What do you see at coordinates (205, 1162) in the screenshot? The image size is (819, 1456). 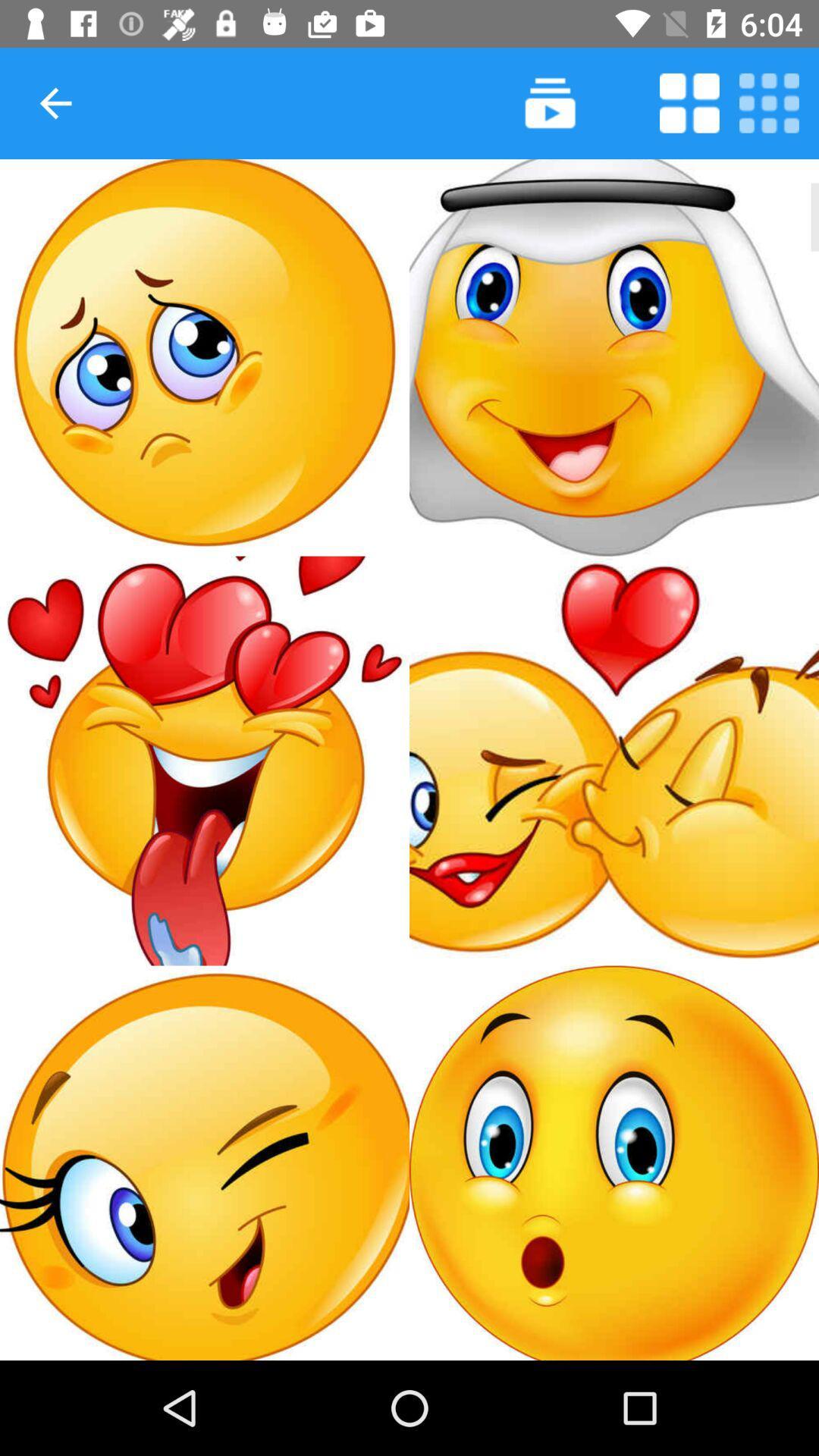 I see `wink emoji` at bounding box center [205, 1162].